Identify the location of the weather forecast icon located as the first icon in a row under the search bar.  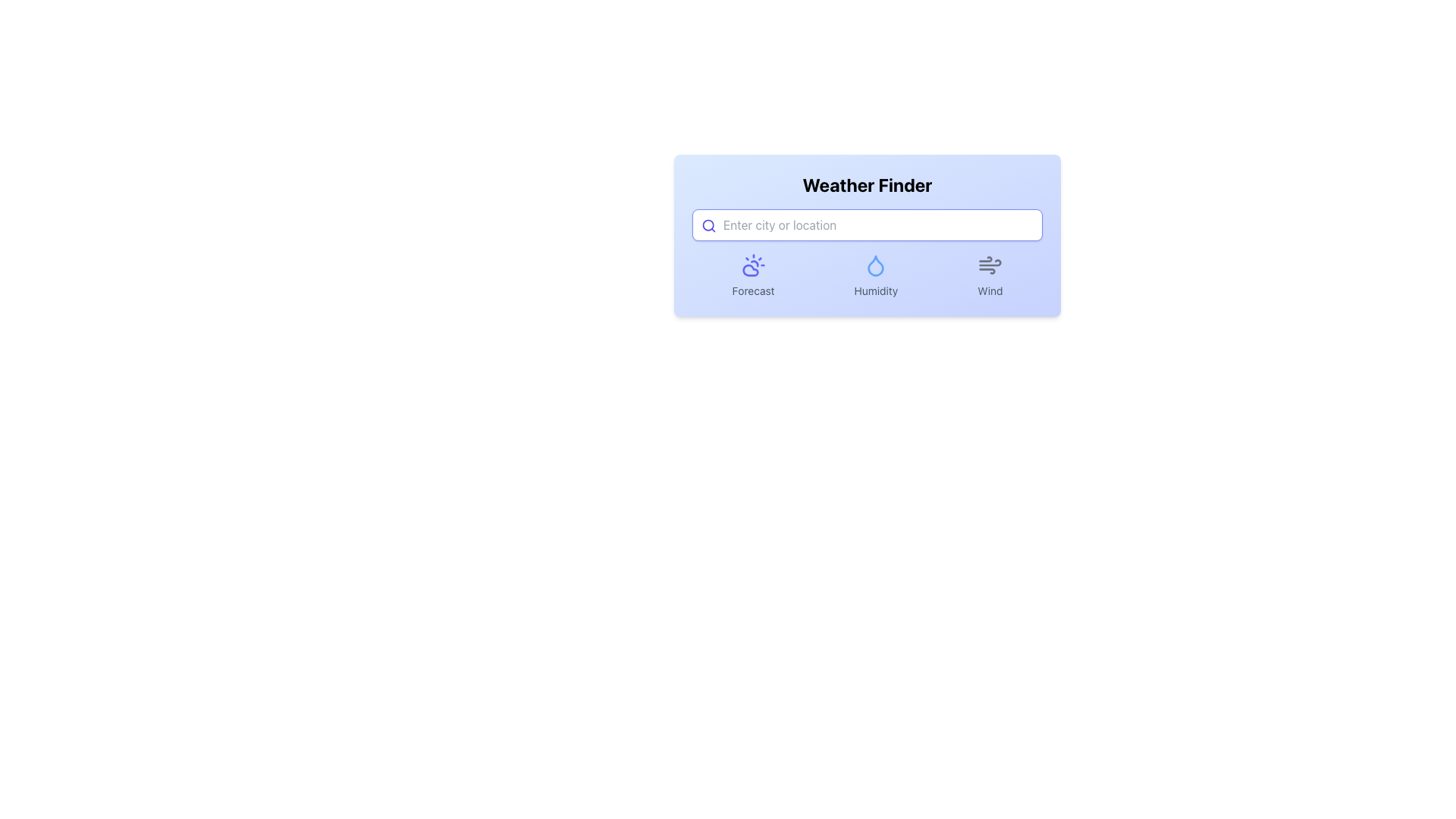
(753, 265).